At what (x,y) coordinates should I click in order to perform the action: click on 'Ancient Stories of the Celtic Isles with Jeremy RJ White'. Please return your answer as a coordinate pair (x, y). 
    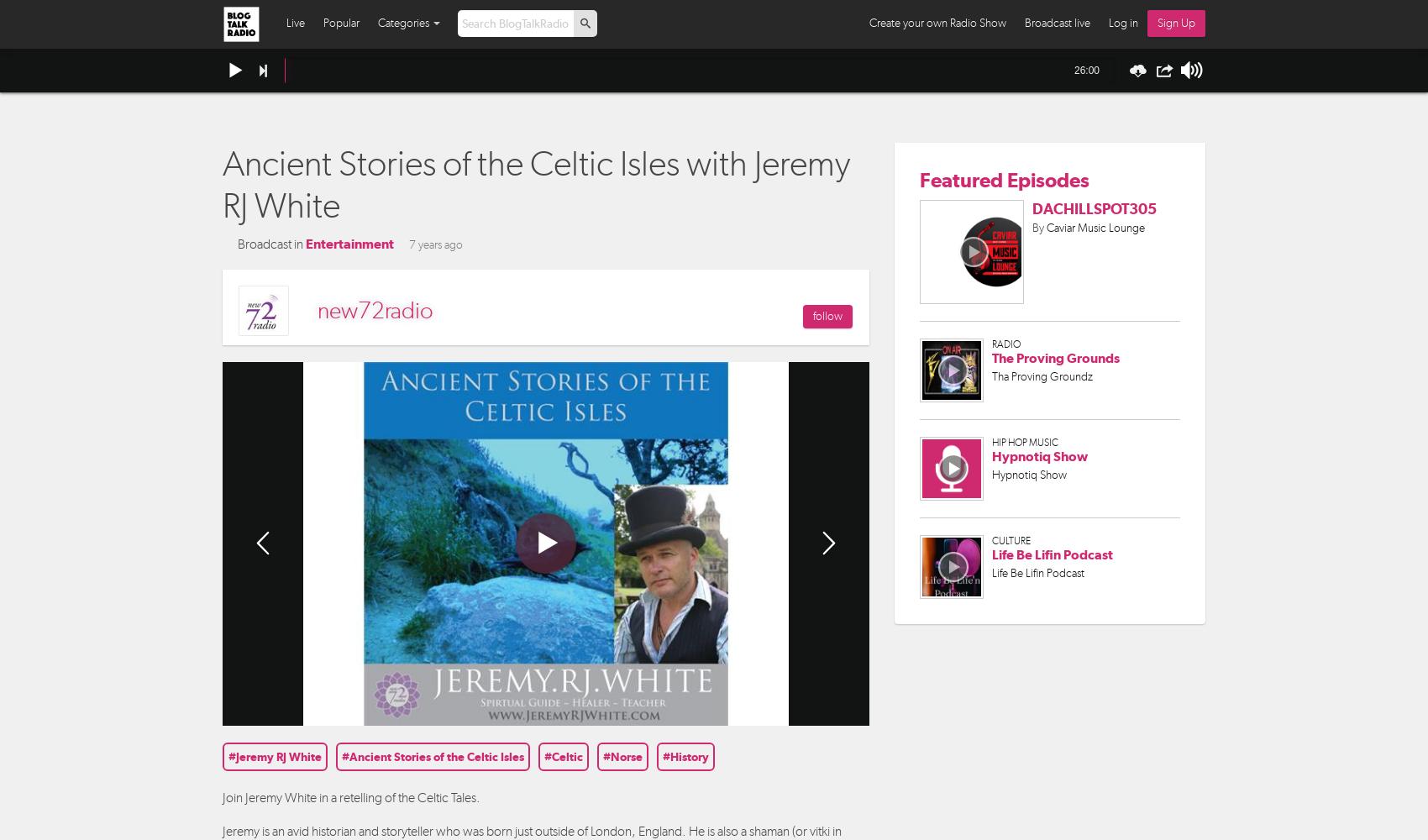
    Looking at the image, I should click on (536, 183).